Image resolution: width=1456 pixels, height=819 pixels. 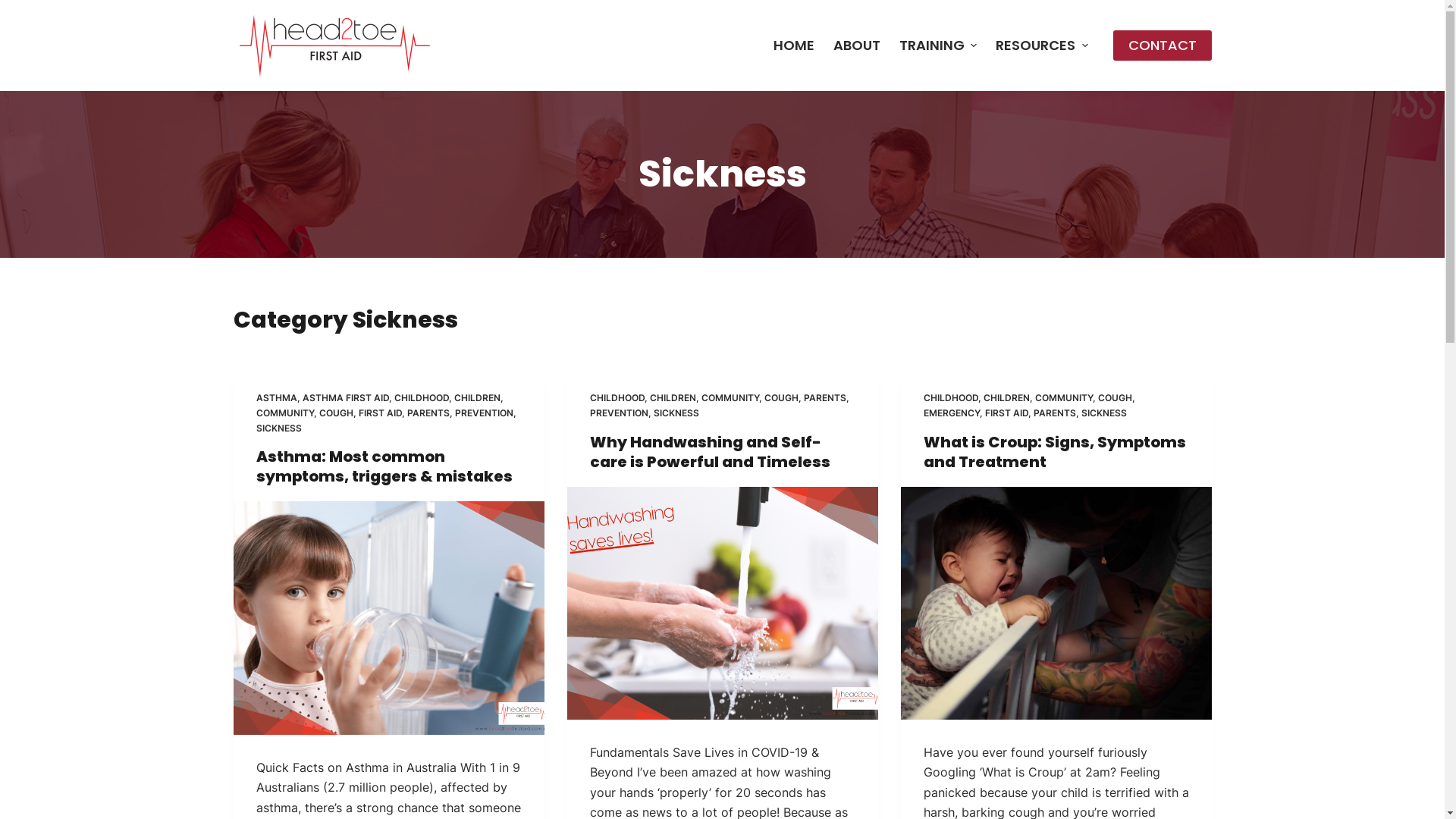 I want to click on 'HOME', so click(x=764, y=45).